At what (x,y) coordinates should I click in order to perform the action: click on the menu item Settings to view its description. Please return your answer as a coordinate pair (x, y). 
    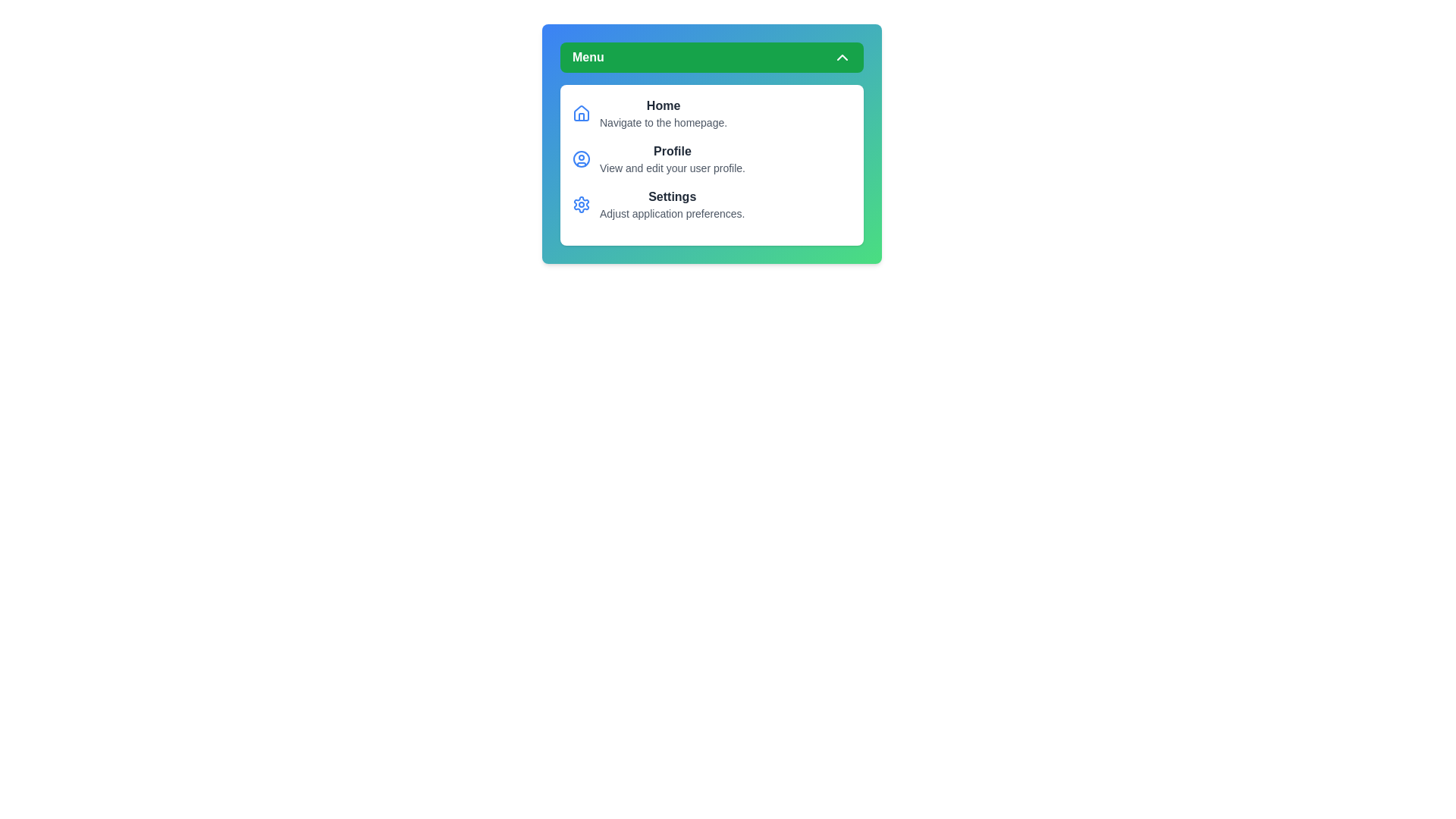
    Looking at the image, I should click on (671, 196).